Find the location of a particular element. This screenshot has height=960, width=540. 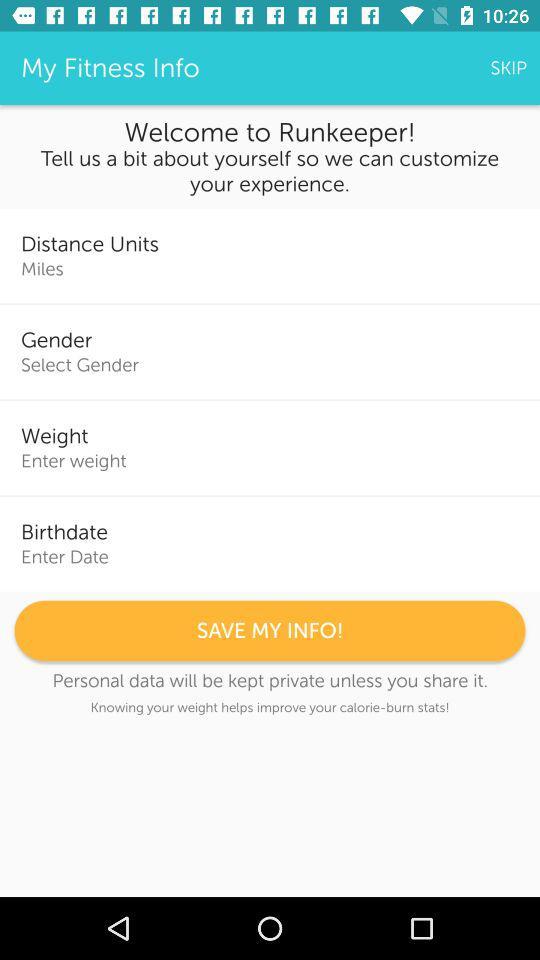

app next to my fitness info item is located at coordinates (508, 68).